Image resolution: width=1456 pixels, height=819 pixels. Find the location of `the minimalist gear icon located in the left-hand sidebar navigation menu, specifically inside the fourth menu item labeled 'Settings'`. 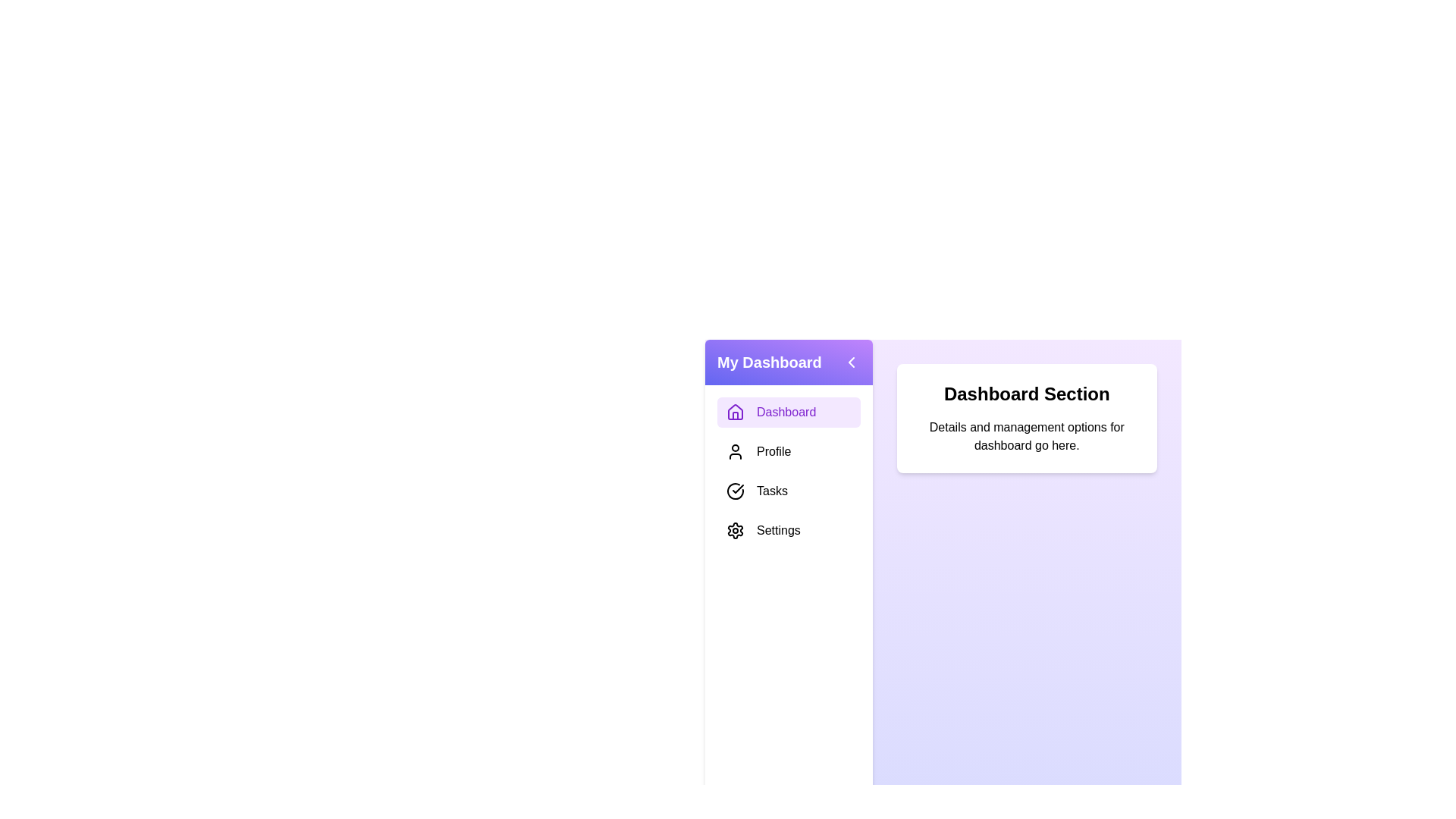

the minimalist gear icon located in the left-hand sidebar navigation menu, specifically inside the fourth menu item labeled 'Settings' is located at coordinates (735, 529).